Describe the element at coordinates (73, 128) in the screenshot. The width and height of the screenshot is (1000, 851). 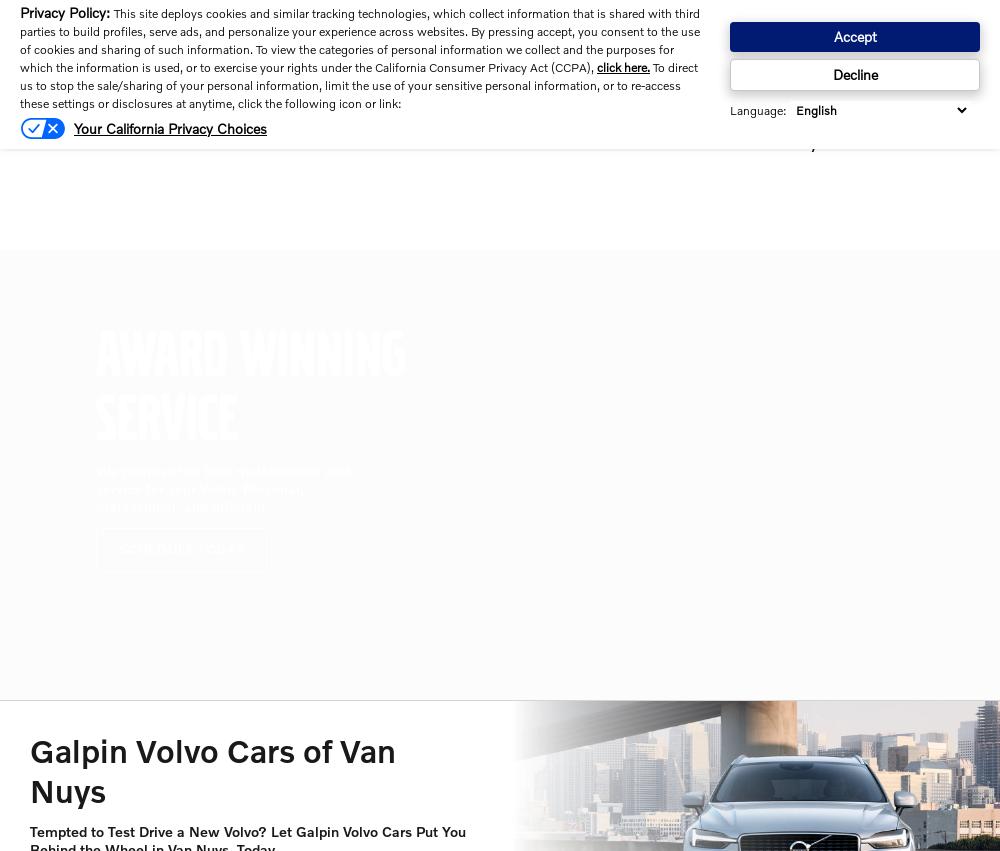
I see `'Your California Privacy Choices'` at that location.